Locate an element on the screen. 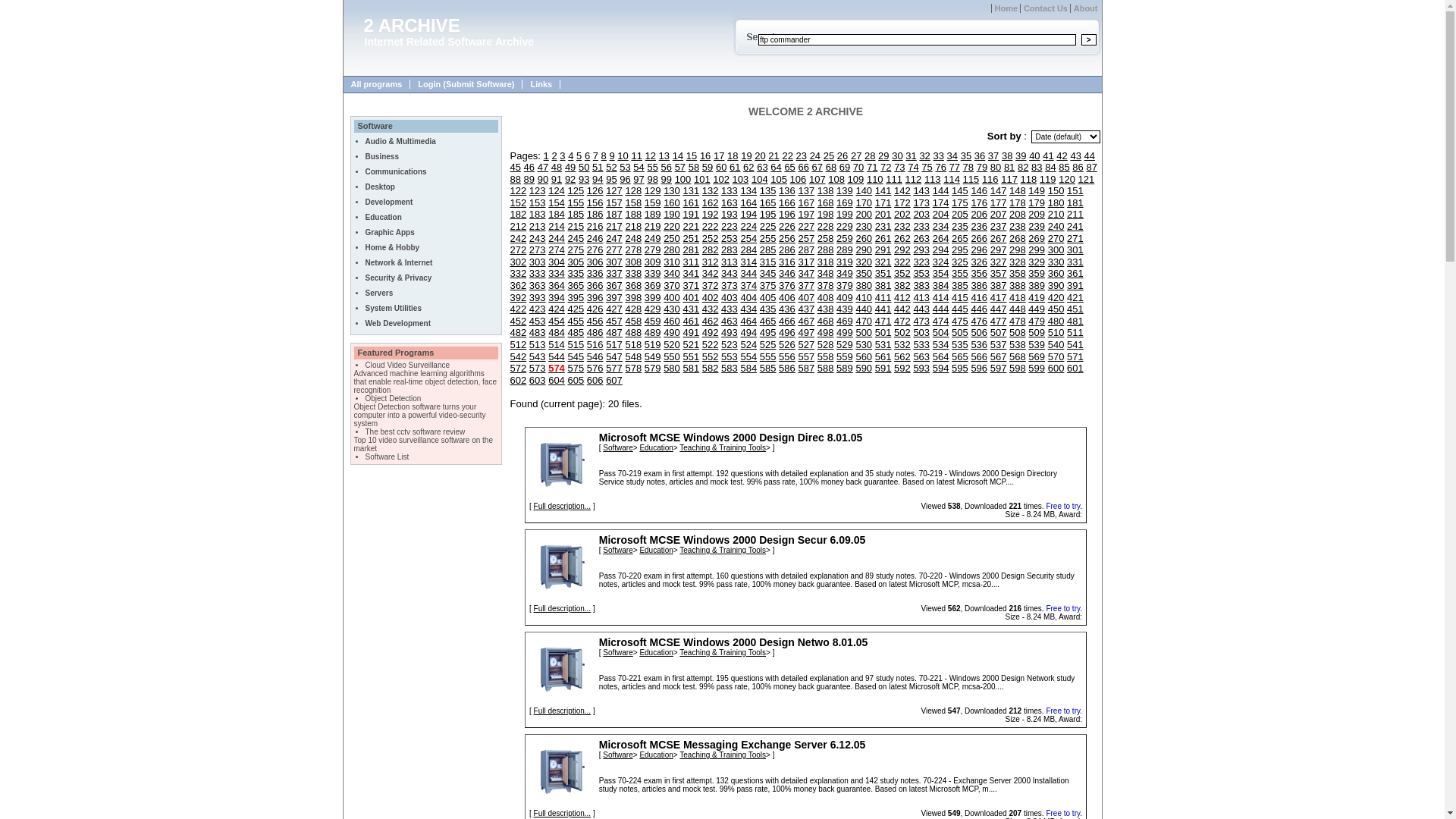 The width and height of the screenshot is (1456, 819). '486' is located at coordinates (595, 331).